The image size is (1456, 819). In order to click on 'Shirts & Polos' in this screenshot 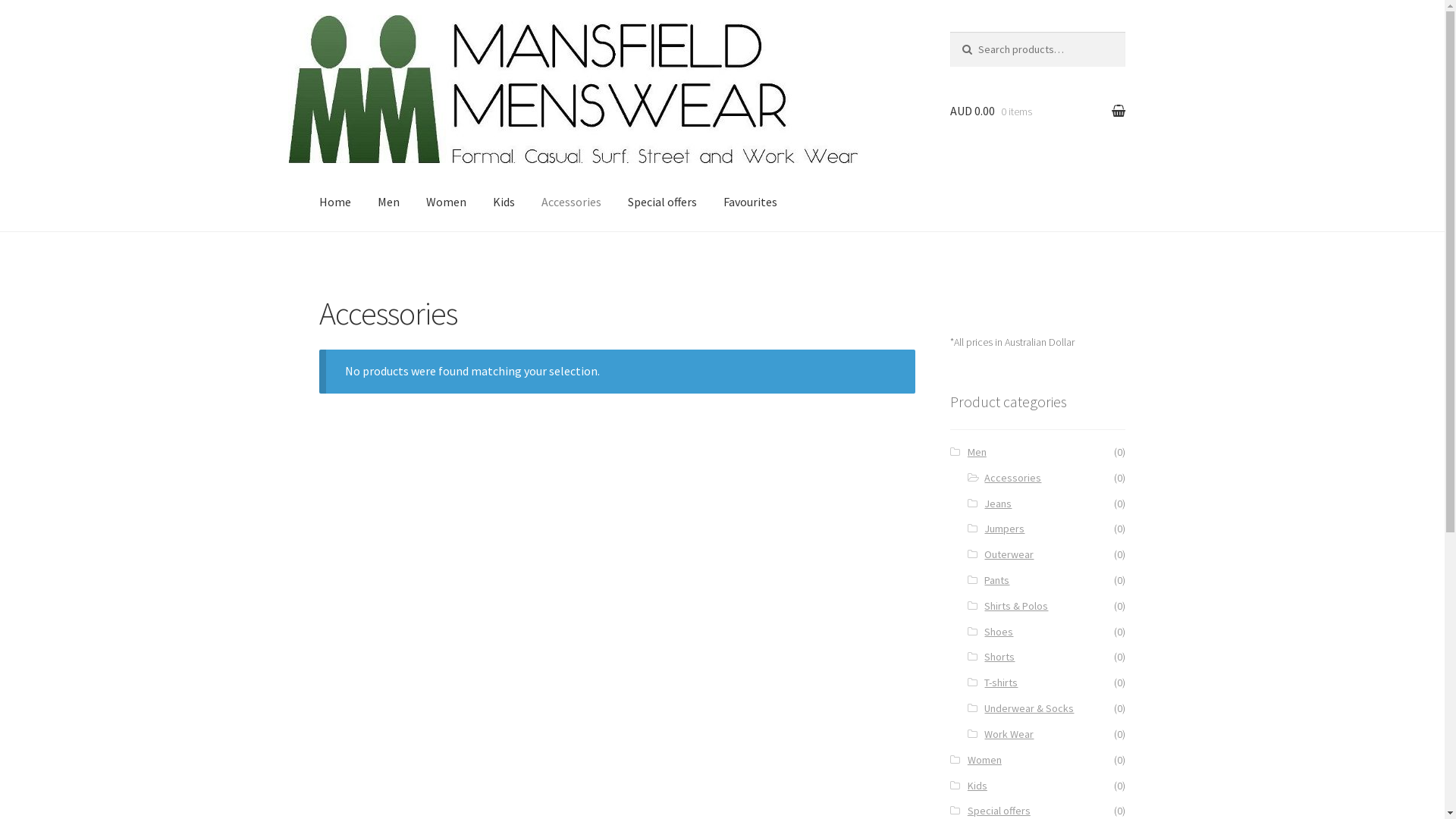, I will do `click(1015, 604)`.